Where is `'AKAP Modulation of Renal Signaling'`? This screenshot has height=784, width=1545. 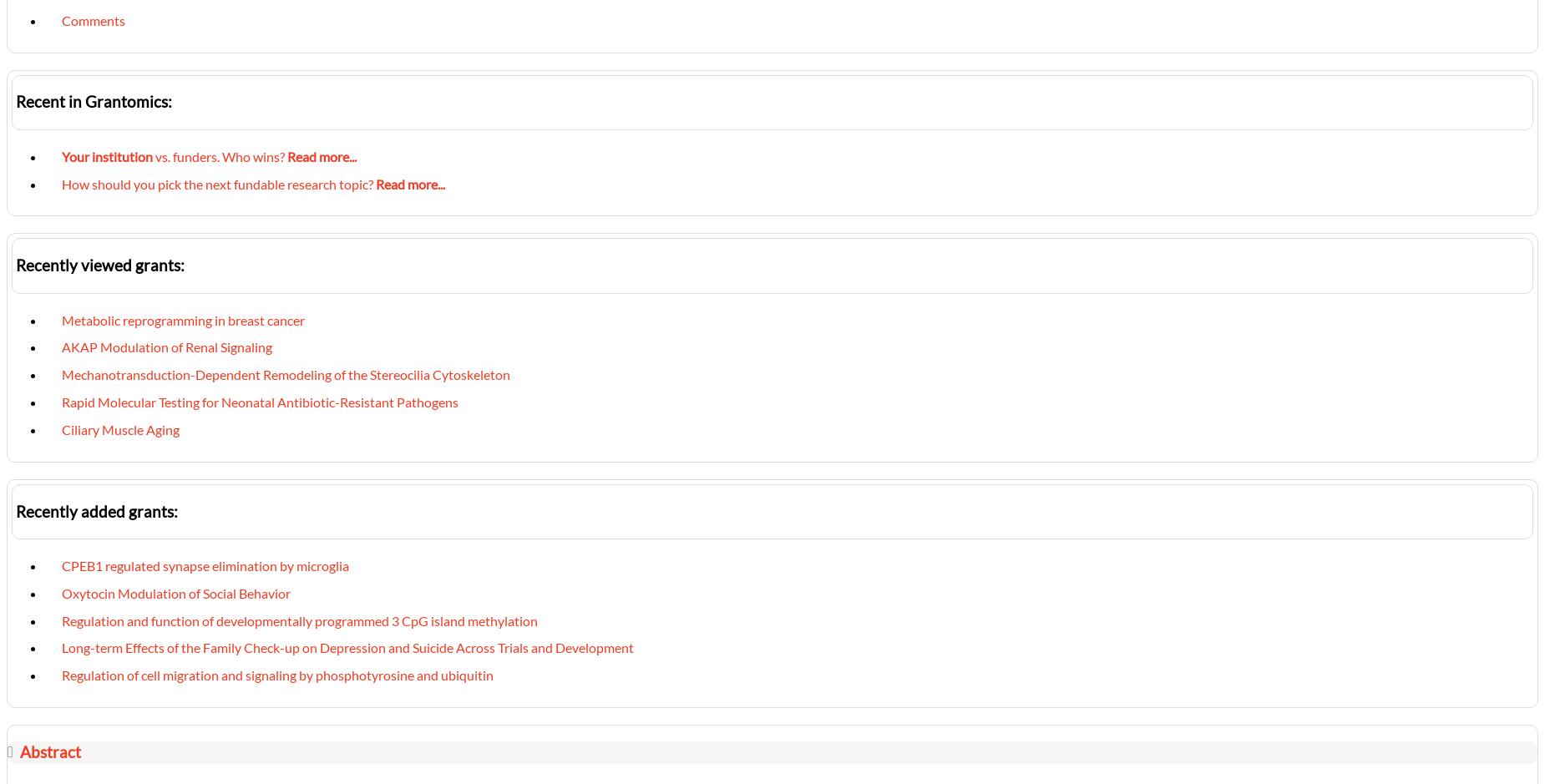 'AKAP Modulation of Renal Signaling' is located at coordinates (61, 346).